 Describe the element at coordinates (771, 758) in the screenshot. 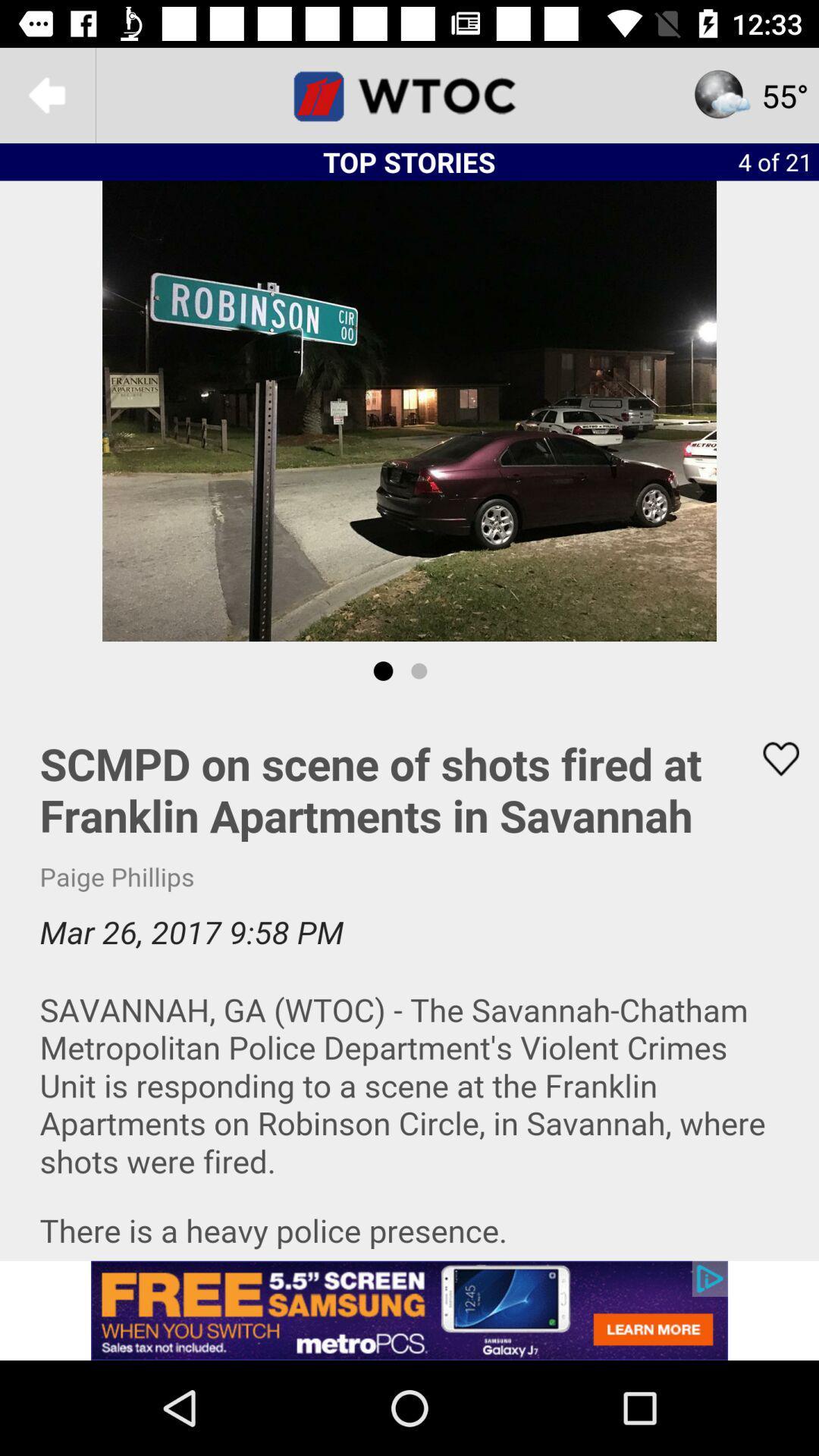

I see `to favorites` at that location.